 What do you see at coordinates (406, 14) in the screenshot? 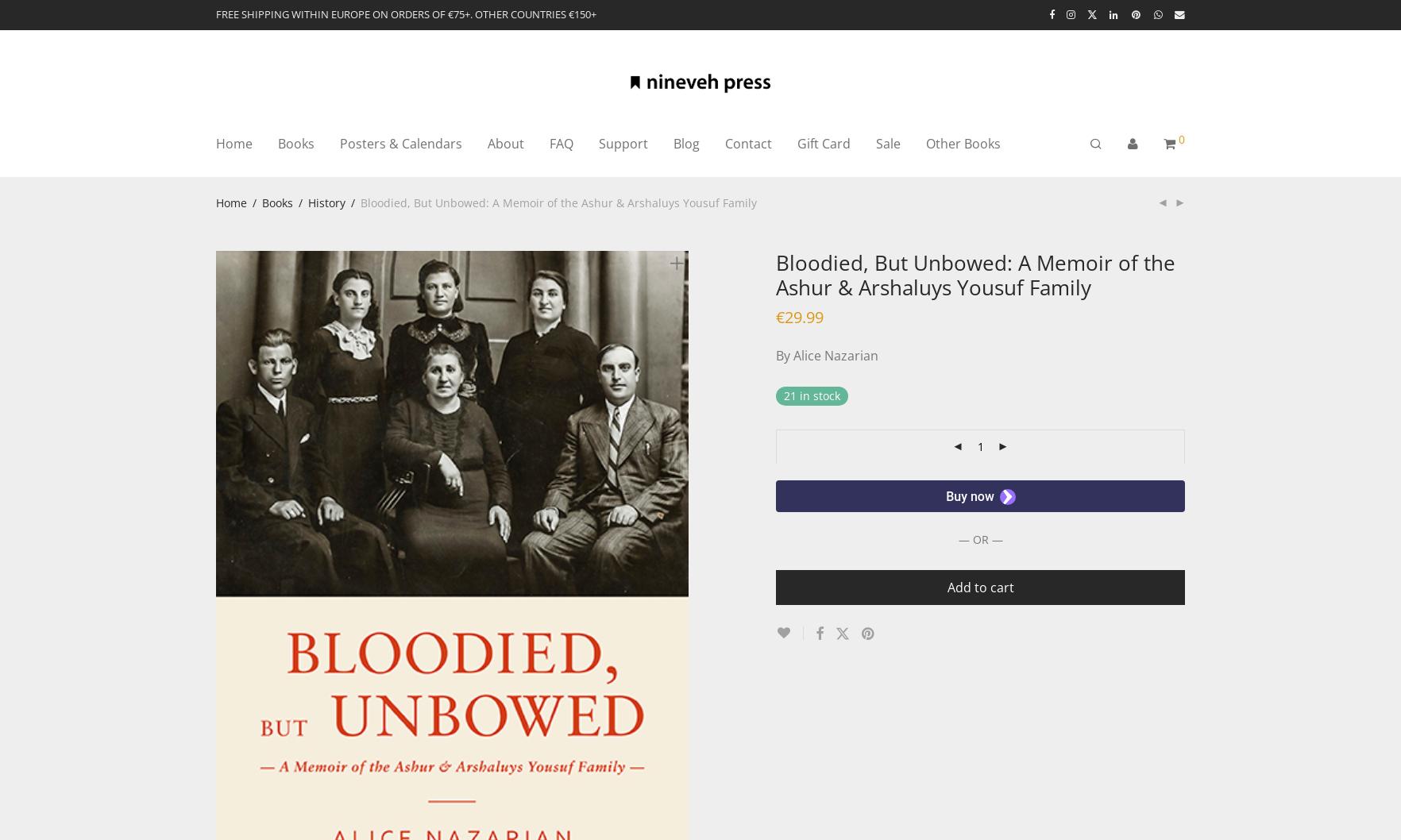
I see `'FREE SHIPPING WITHIN EUROPE ON ORDERS OF €75+. OTHER COUNTRIES €150+'` at bounding box center [406, 14].